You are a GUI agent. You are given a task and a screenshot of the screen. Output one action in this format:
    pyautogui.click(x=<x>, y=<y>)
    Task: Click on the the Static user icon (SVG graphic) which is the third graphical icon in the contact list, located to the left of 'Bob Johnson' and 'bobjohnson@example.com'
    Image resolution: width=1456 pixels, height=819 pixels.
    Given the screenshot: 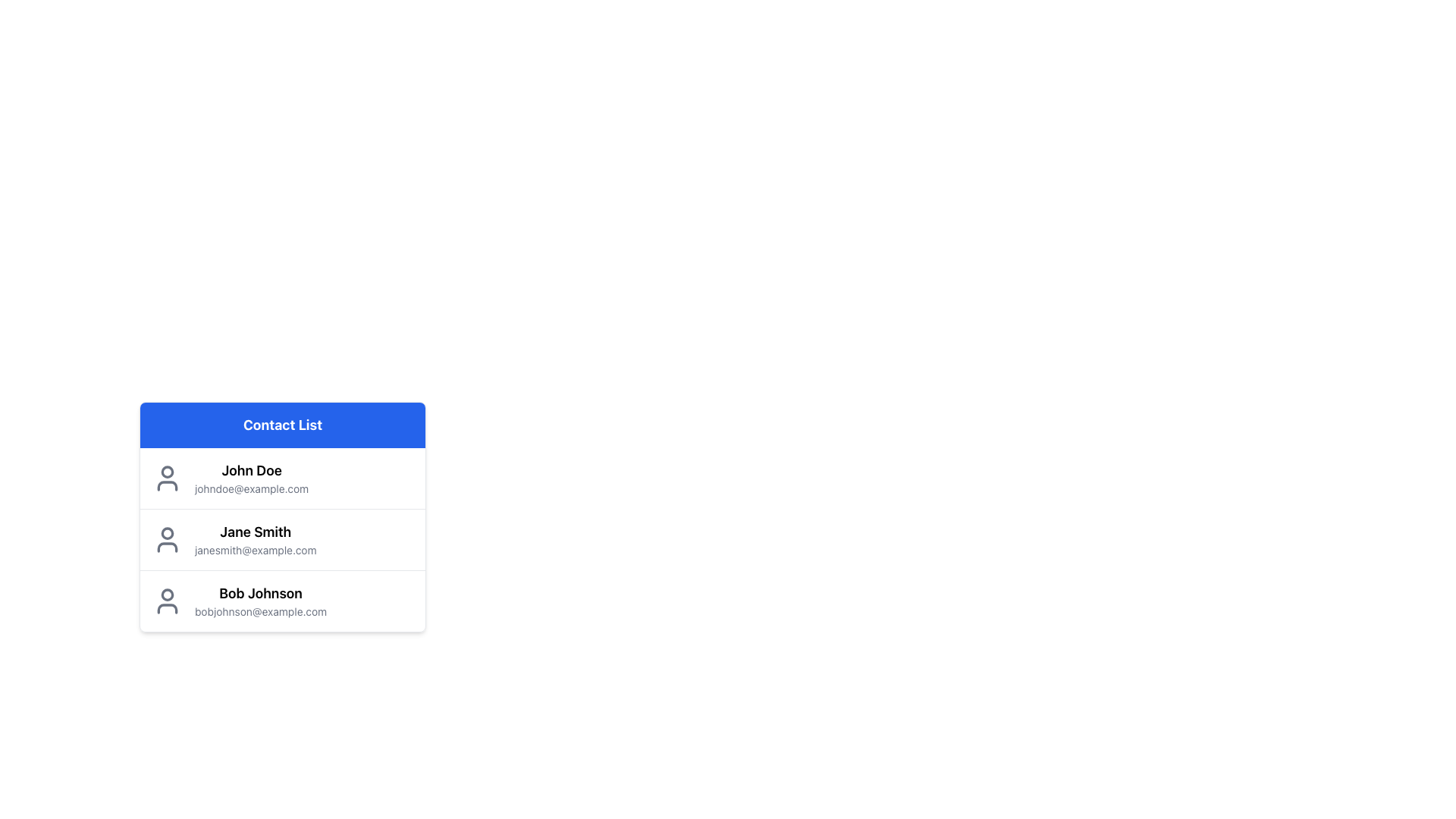 What is the action you would take?
    pyautogui.click(x=167, y=601)
    